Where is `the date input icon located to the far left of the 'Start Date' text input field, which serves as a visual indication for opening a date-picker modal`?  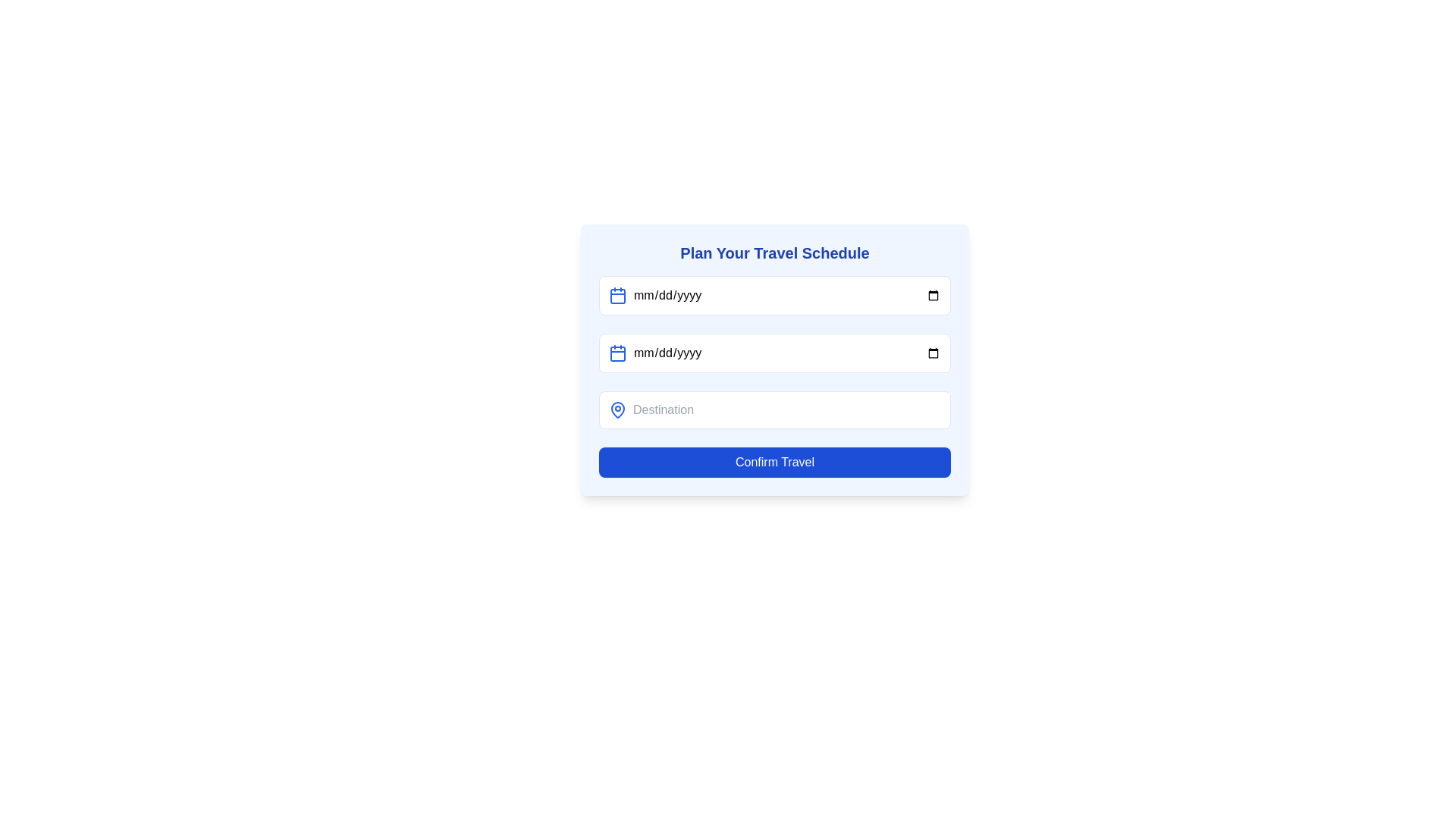
the date input icon located to the far left of the 'Start Date' text input field, which serves as a visual indication for opening a date-picker modal is located at coordinates (618, 295).